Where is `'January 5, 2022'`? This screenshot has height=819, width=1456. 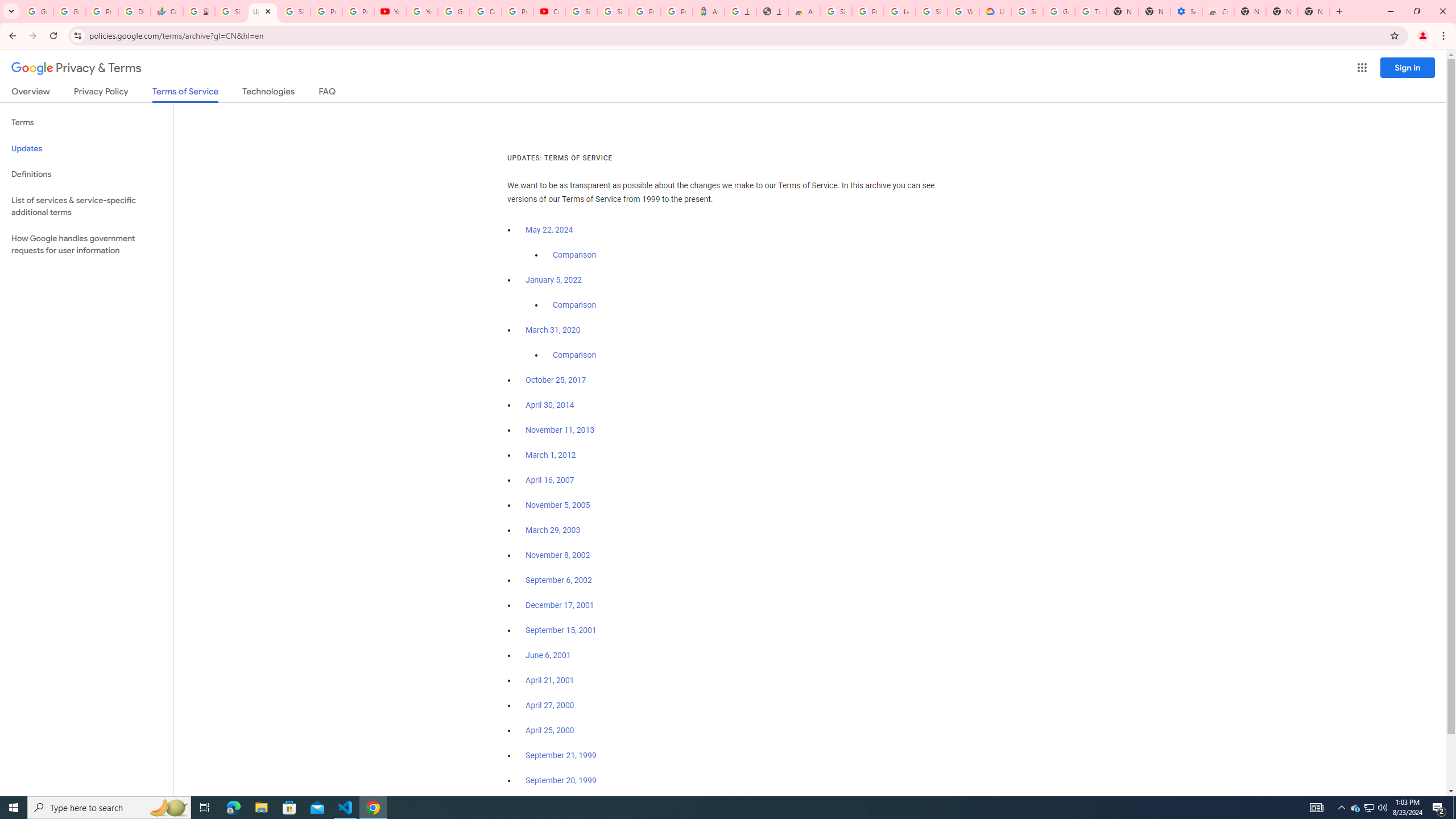
'January 5, 2022' is located at coordinates (554, 280).